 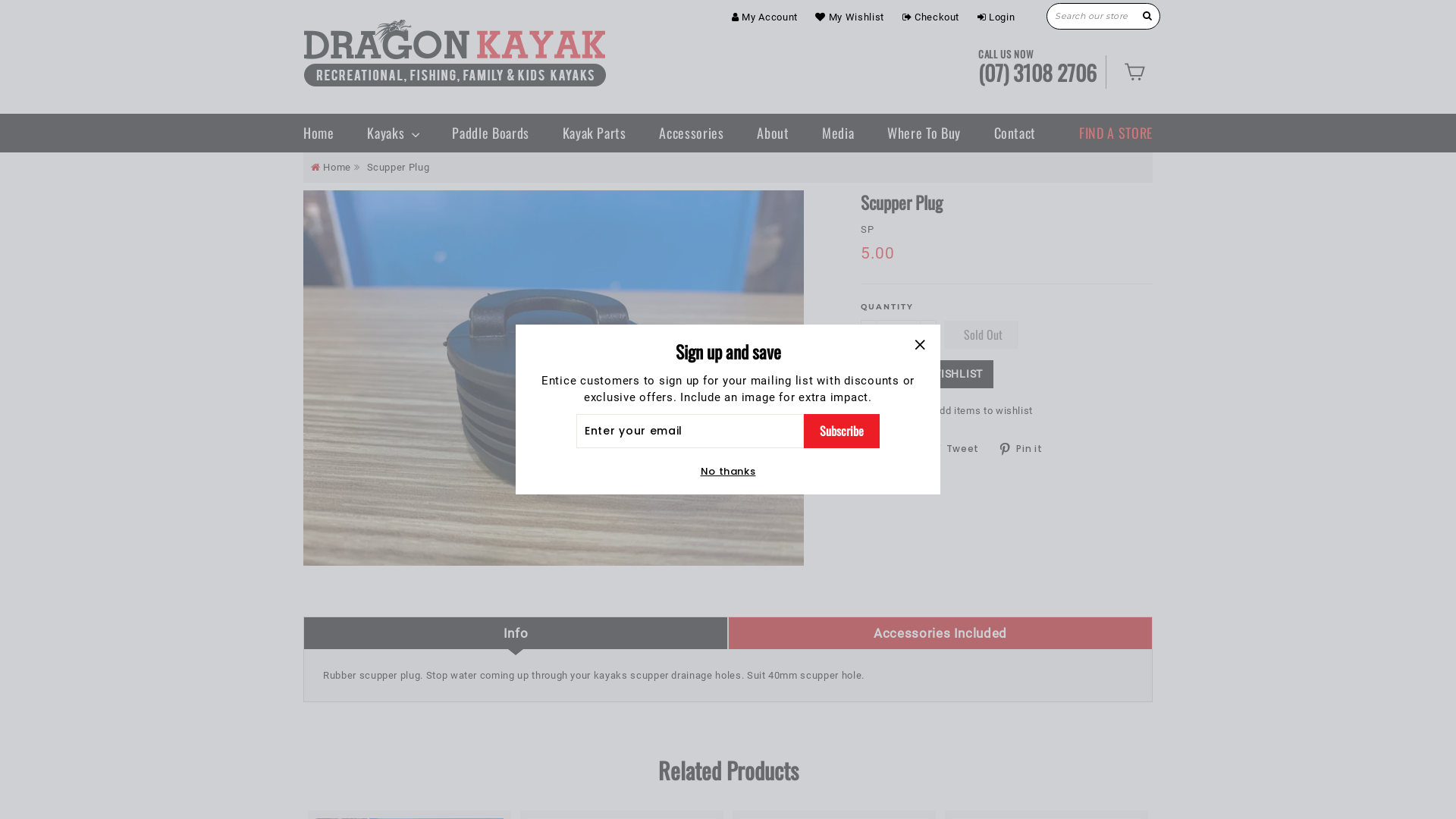 I want to click on 'Checkout, so click(x=930, y=17).